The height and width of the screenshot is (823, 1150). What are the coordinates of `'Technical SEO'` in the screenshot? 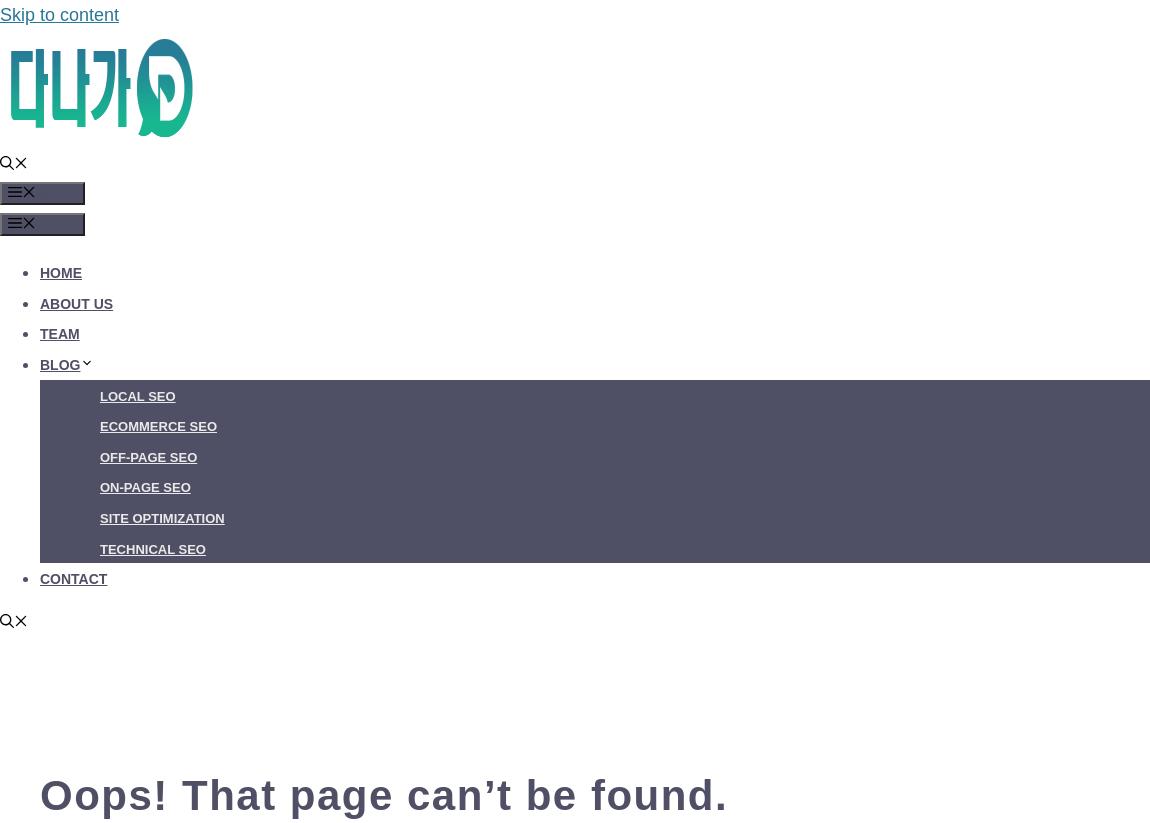 It's located at (151, 547).